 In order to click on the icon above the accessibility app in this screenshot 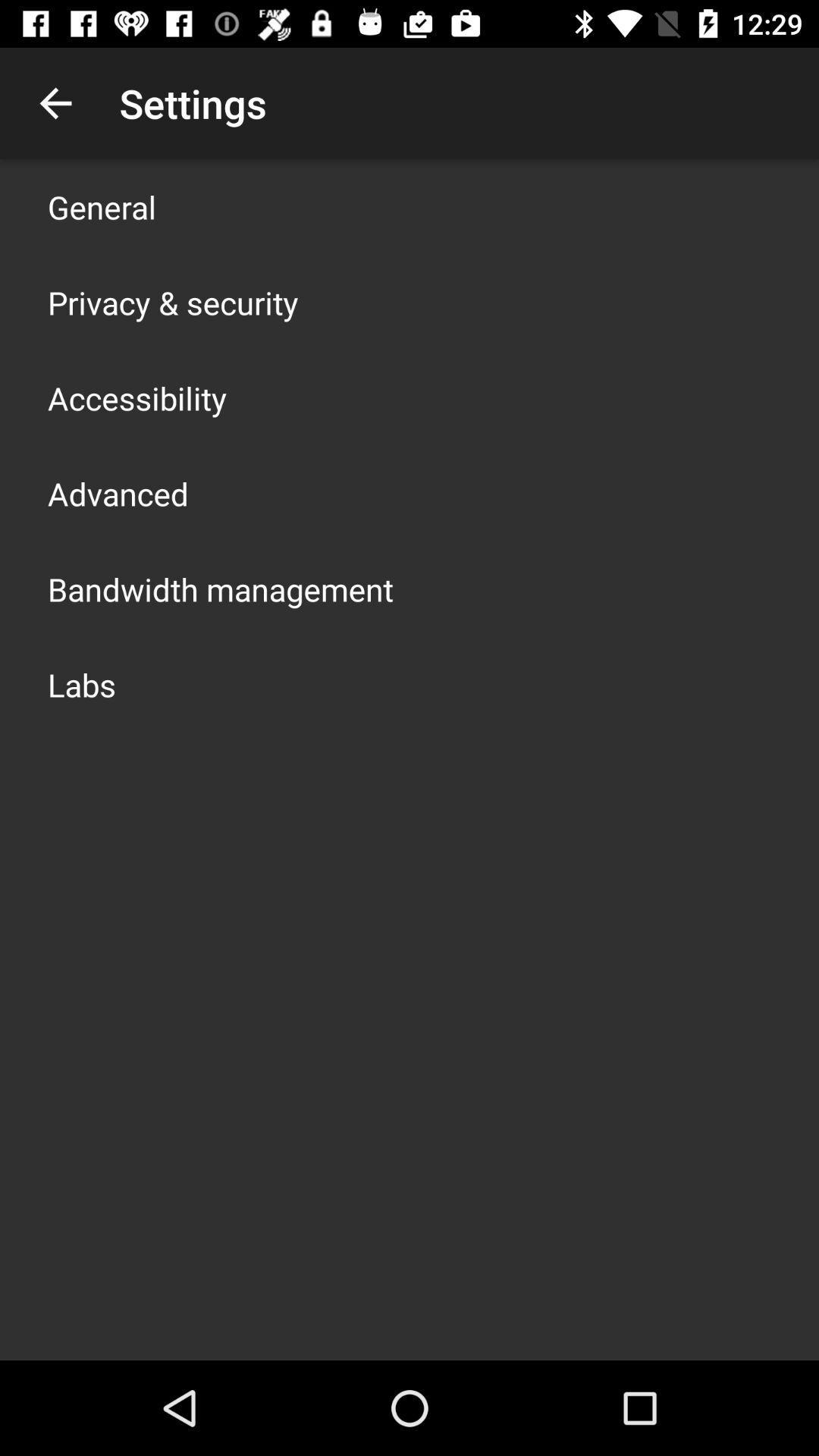, I will do `click(172, 302)`.